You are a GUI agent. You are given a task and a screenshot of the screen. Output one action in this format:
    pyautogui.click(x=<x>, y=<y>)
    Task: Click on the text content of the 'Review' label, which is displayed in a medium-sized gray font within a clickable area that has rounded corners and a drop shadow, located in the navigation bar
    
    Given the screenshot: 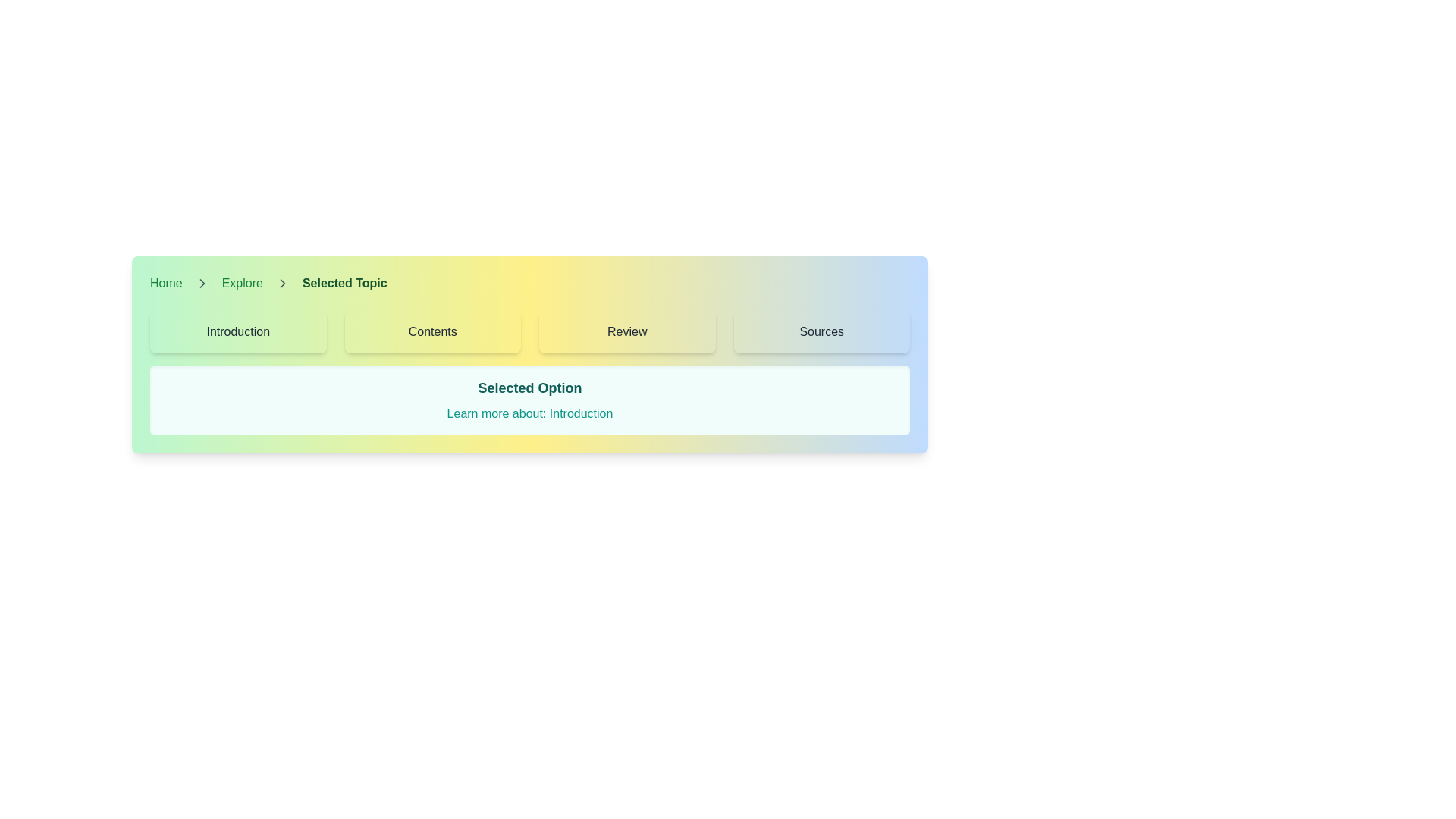 What is the action you would take?
    pyautogui.click(x=627, y=331)
    